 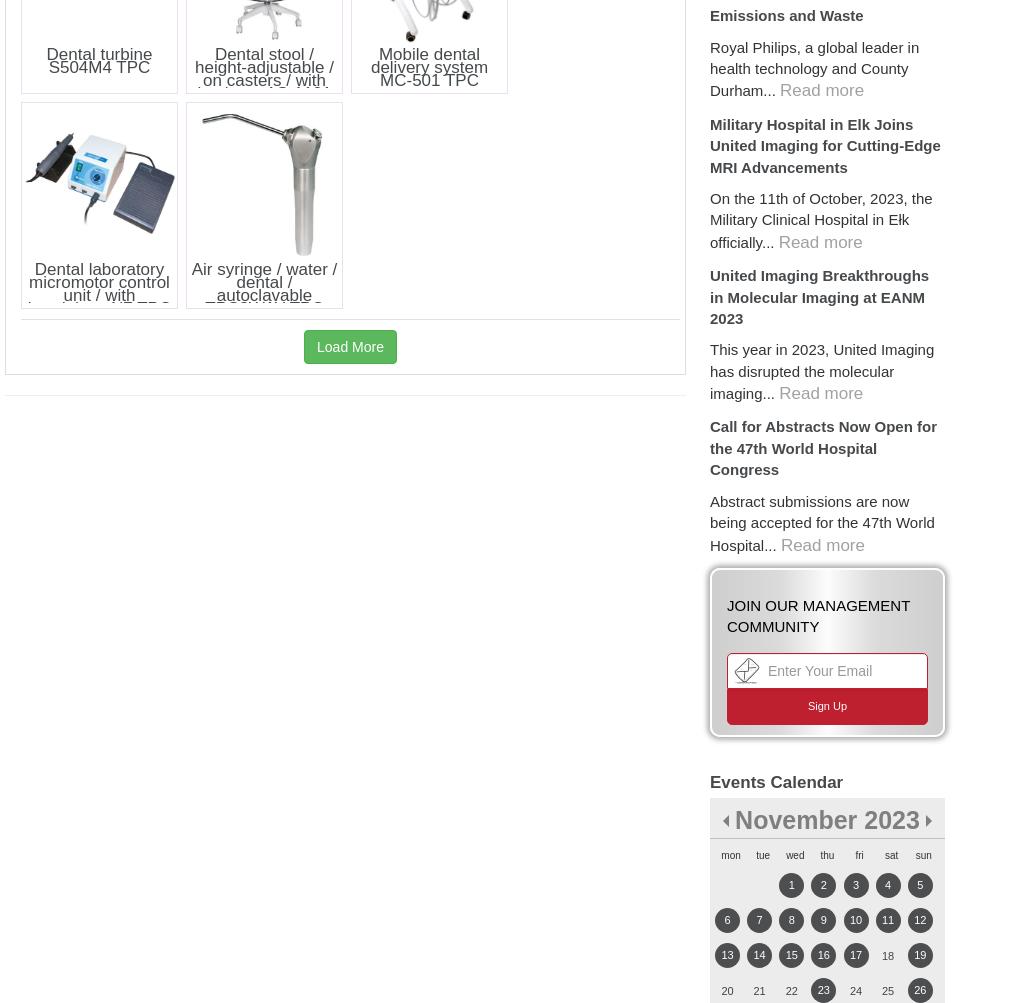 I want to click on 'Dental turbine S504M4 TPC', so click(x=97, y=59).